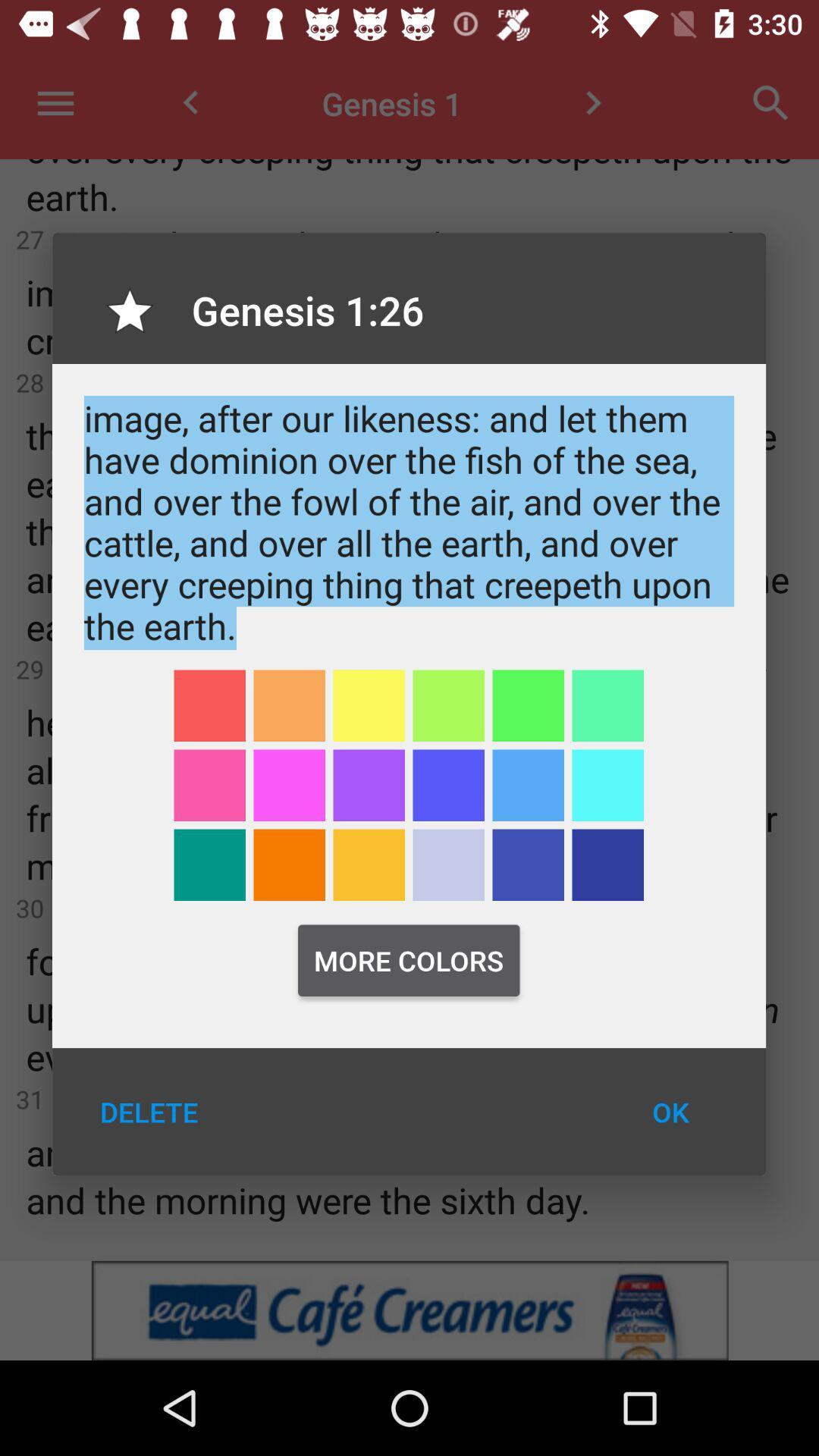 The width and height of the screenshot is (819, 1456). Describe the element at coordinates (447, 704) in the screenshot. I see `item below the and god said item` at that location.